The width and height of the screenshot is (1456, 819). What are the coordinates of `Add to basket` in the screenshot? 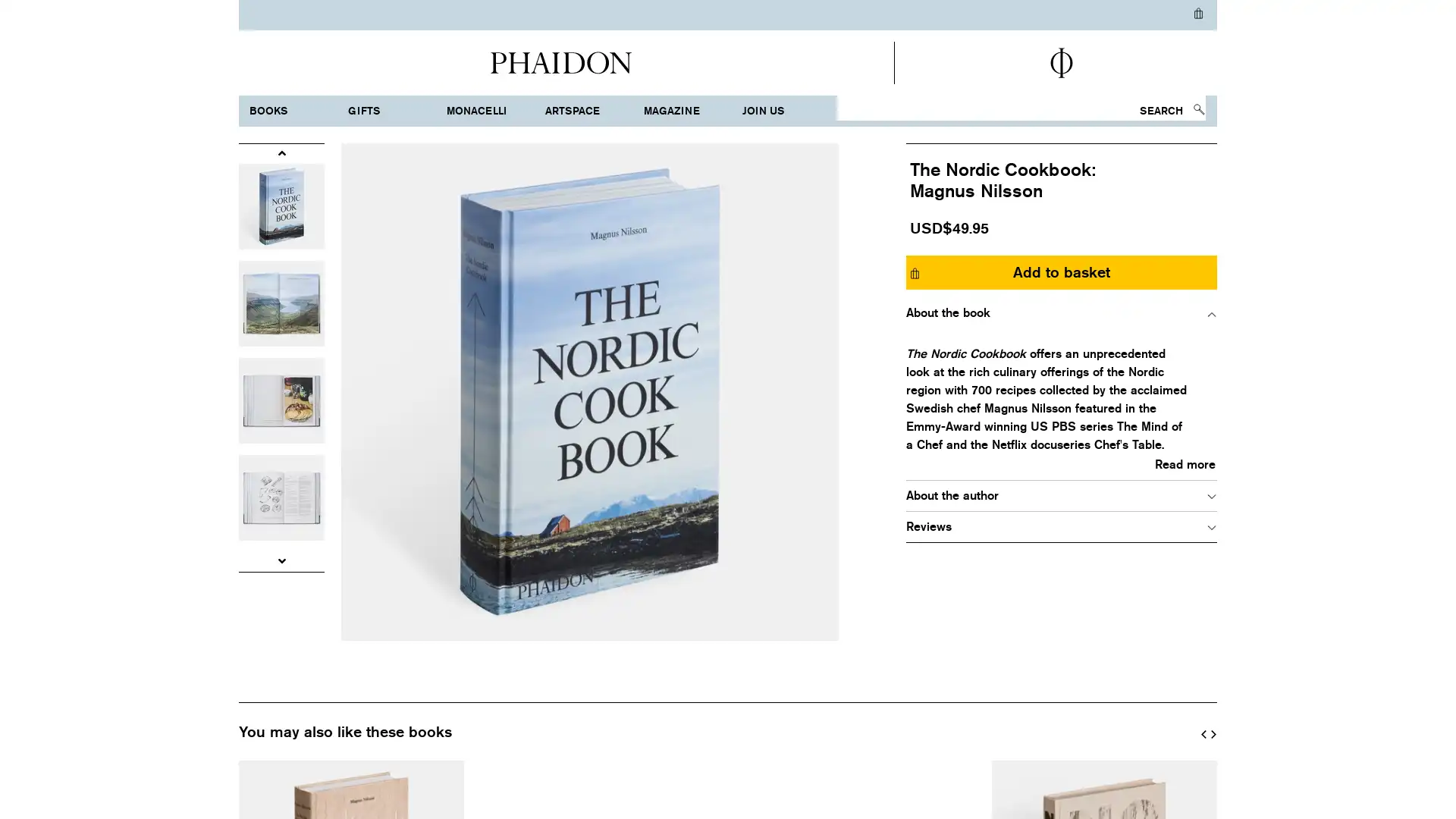 It's located at (1061, 271).